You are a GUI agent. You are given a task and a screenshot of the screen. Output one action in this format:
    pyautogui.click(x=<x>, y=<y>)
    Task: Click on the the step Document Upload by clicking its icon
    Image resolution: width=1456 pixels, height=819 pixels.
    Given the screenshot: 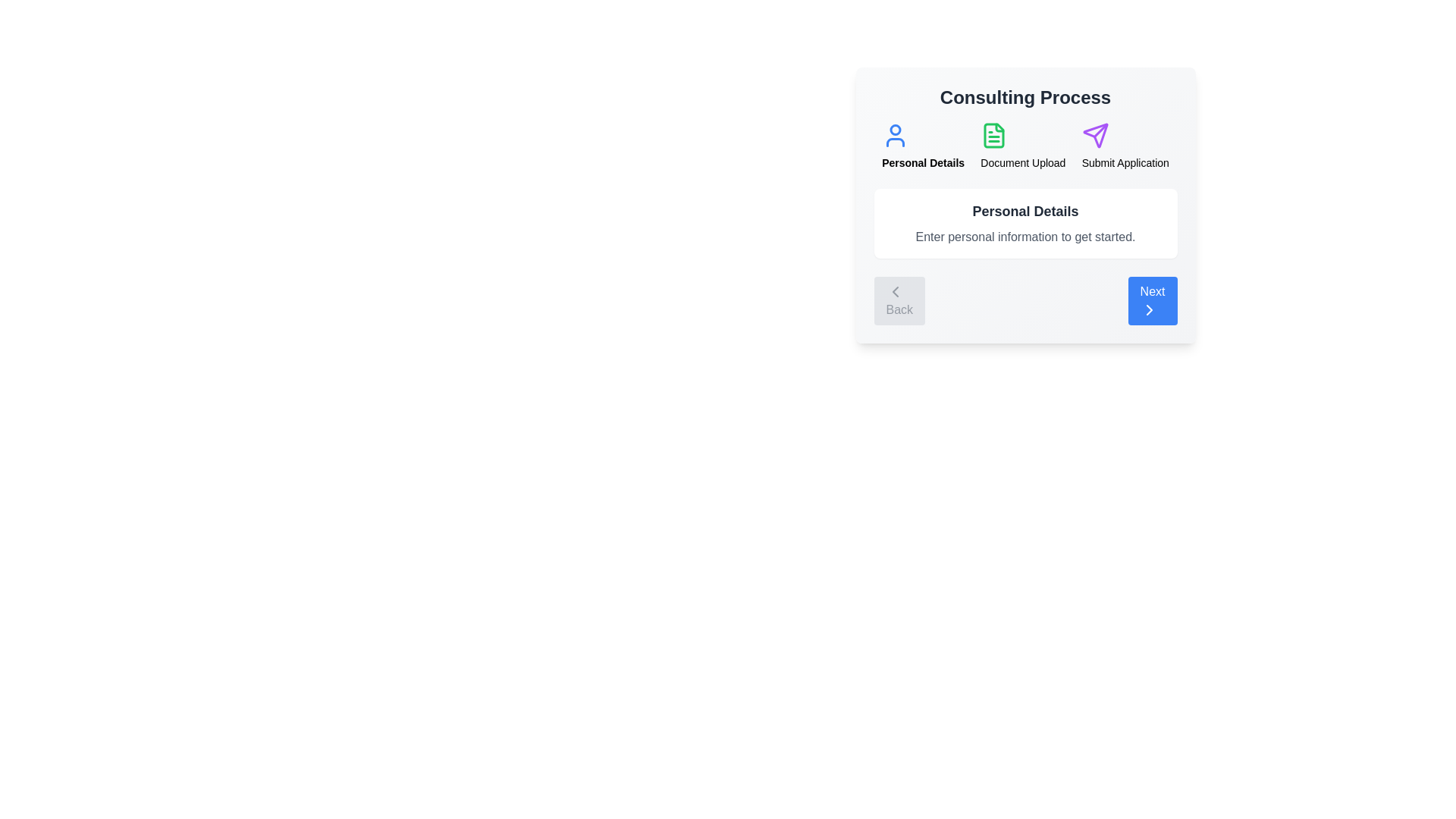 What is the action you would take?
    pyautogui.click(x=994, y=134)
    